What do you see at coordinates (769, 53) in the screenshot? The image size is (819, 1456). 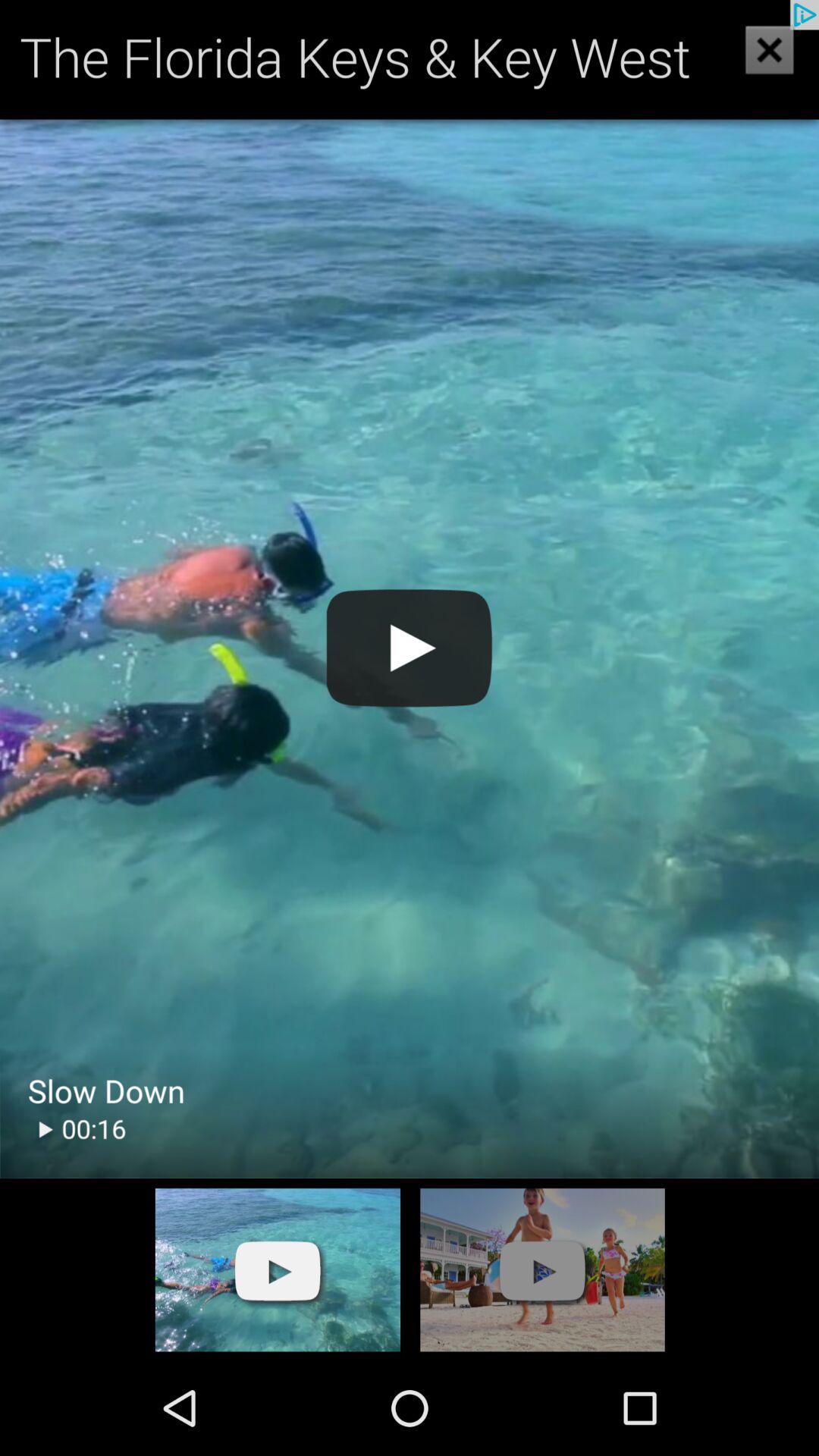 I see `the close icon` at bounding box center [769, 53].